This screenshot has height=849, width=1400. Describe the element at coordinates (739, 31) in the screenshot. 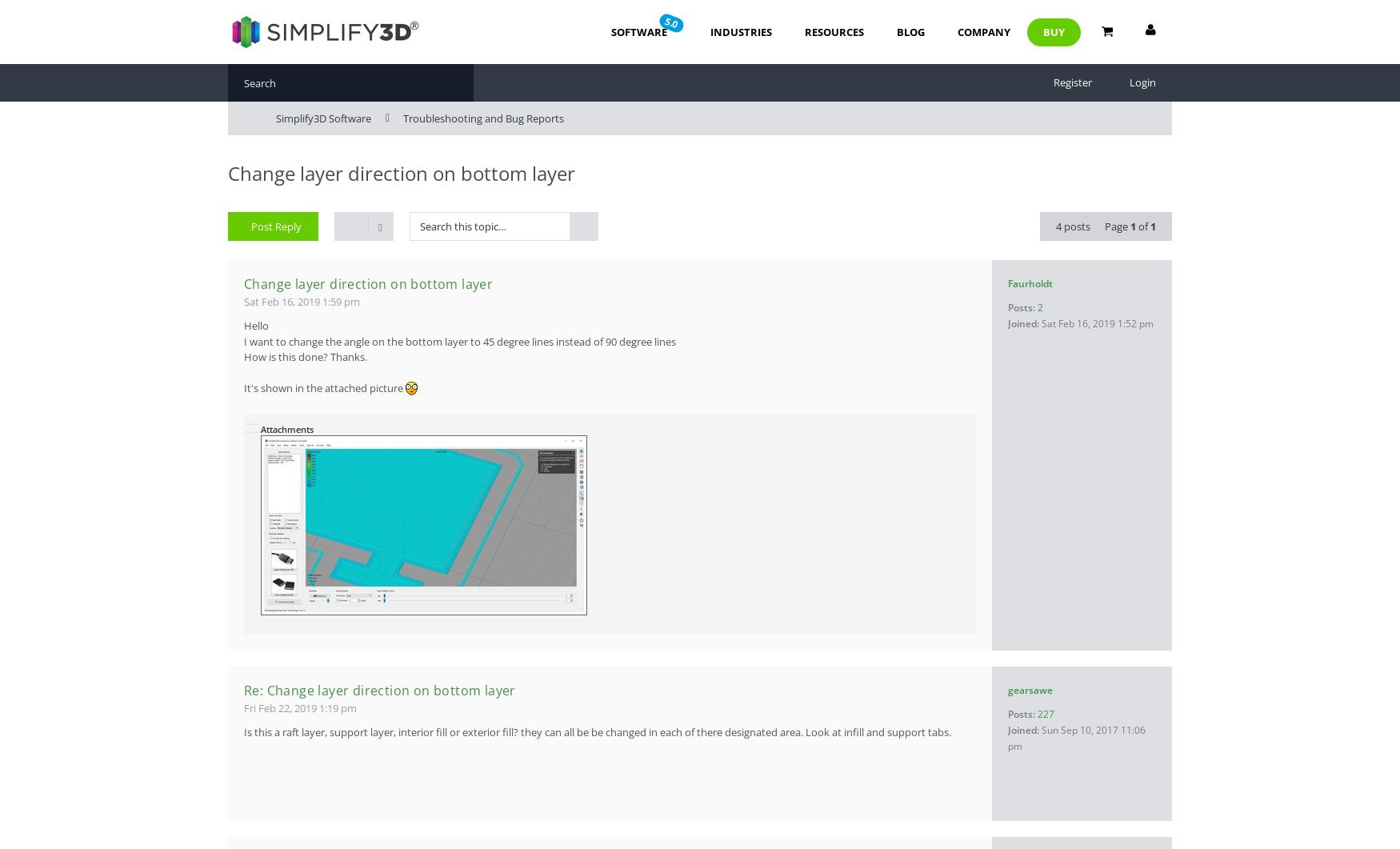

I see `'Industries'` at that location.